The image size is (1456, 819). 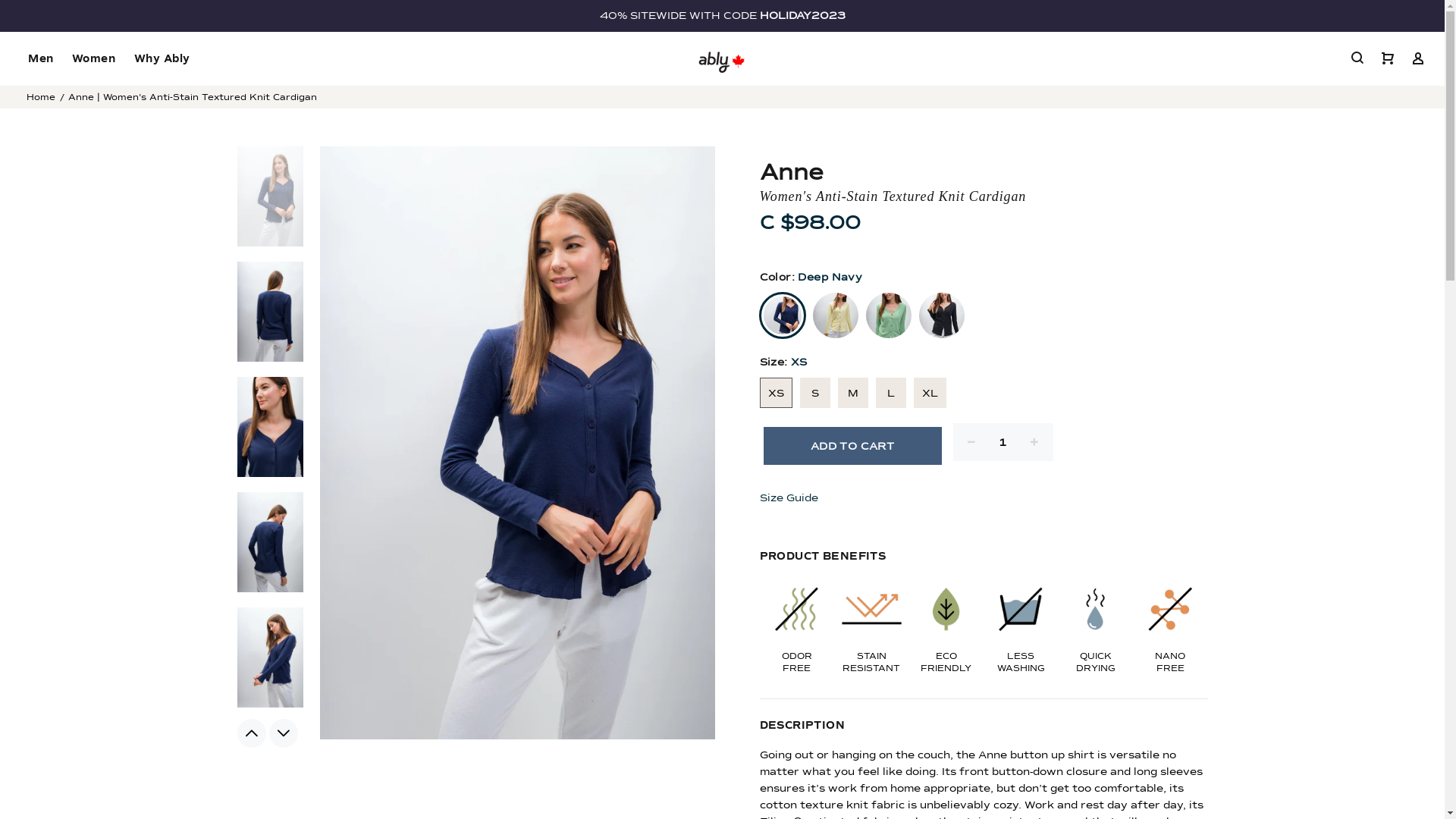 What do you see at coordinates (790, 497) in the screenshot?
I see `'Size Guide'` at bounding box center [790, 497].